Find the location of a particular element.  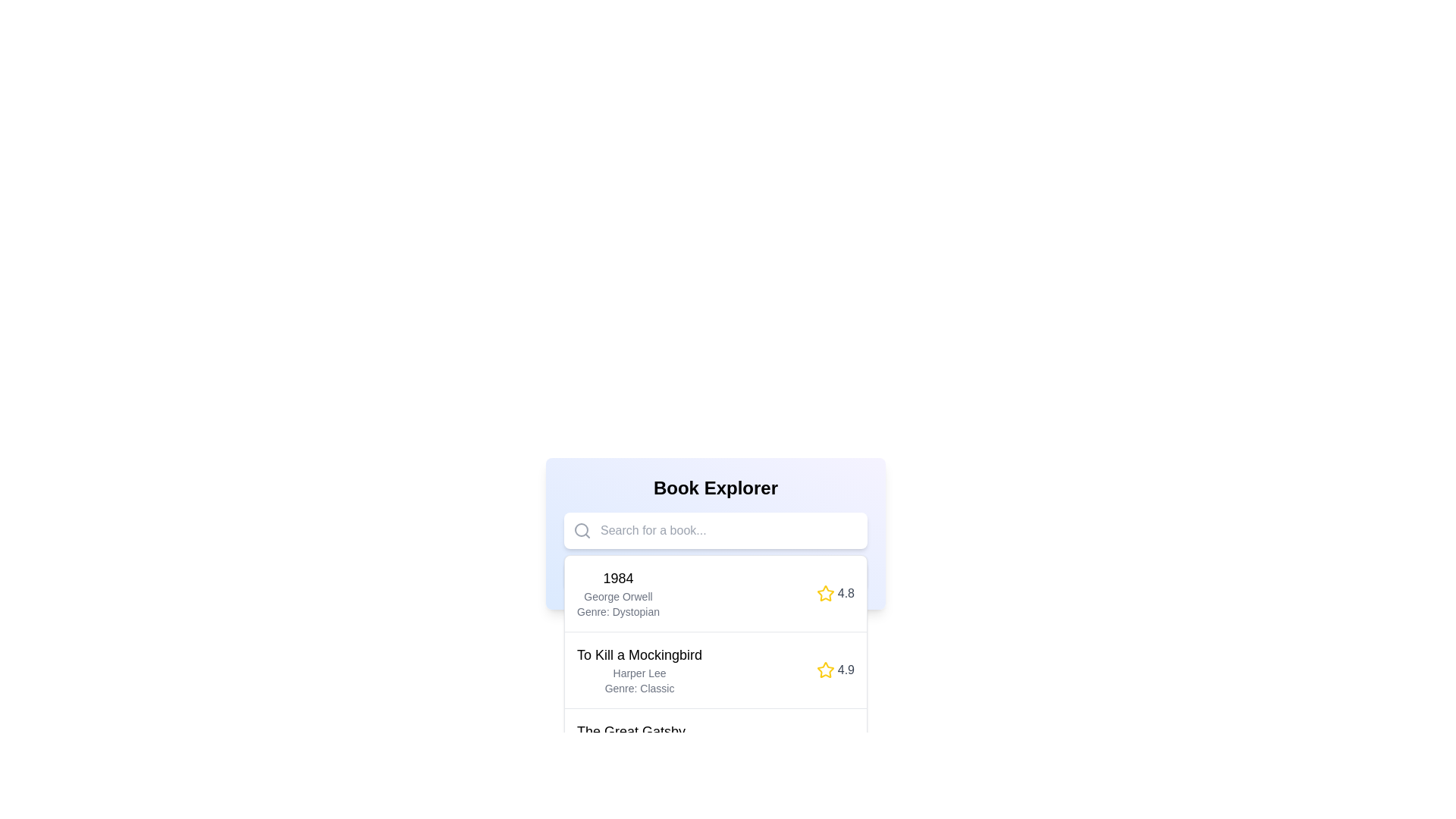

the text-based information display component that presents details about the book 'To Kill a Mockingbird', located in the second row of book entries is located at coordinates (639, 669).